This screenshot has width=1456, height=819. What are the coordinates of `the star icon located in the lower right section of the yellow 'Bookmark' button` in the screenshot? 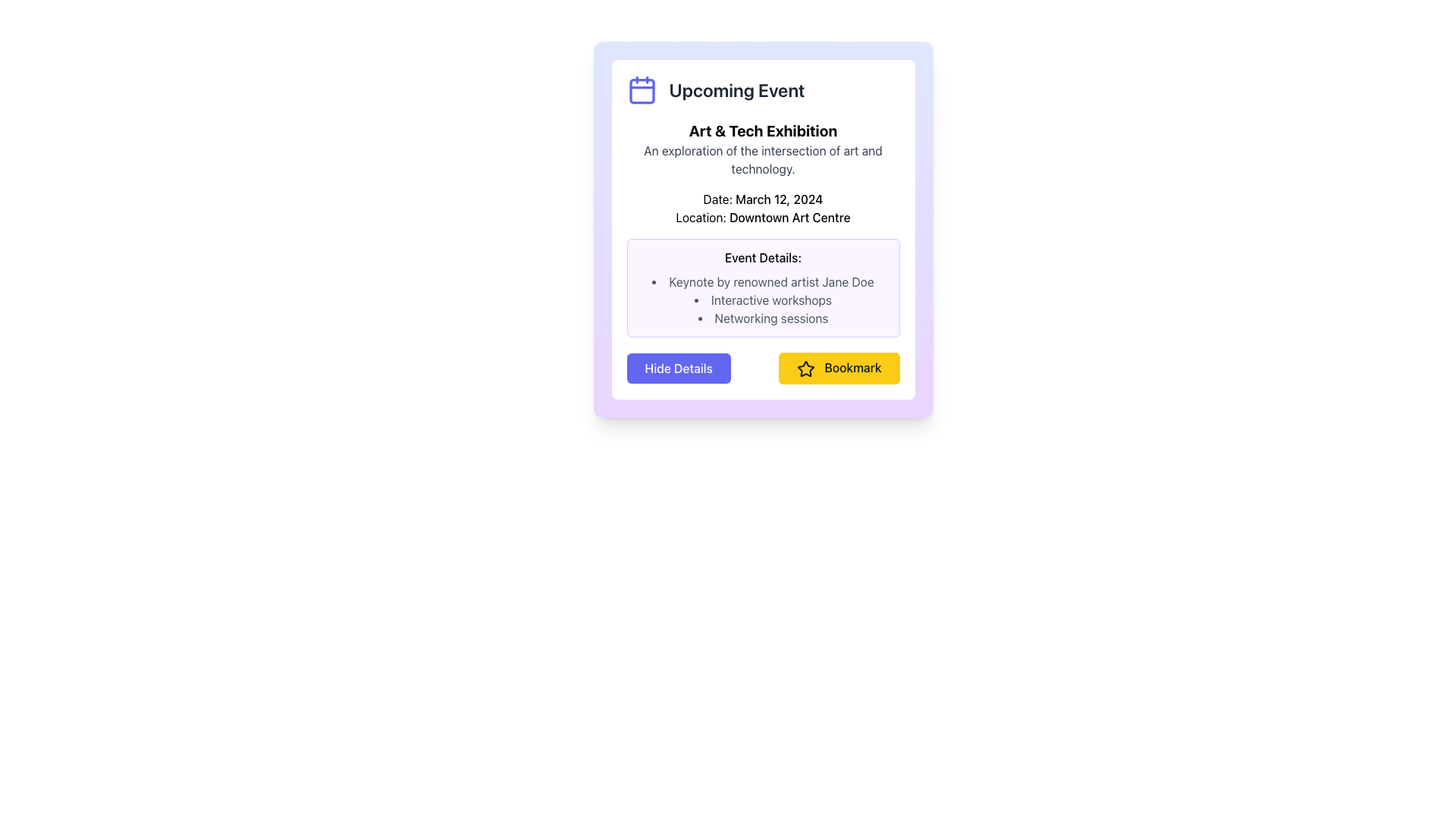 It's located at (805, 369).